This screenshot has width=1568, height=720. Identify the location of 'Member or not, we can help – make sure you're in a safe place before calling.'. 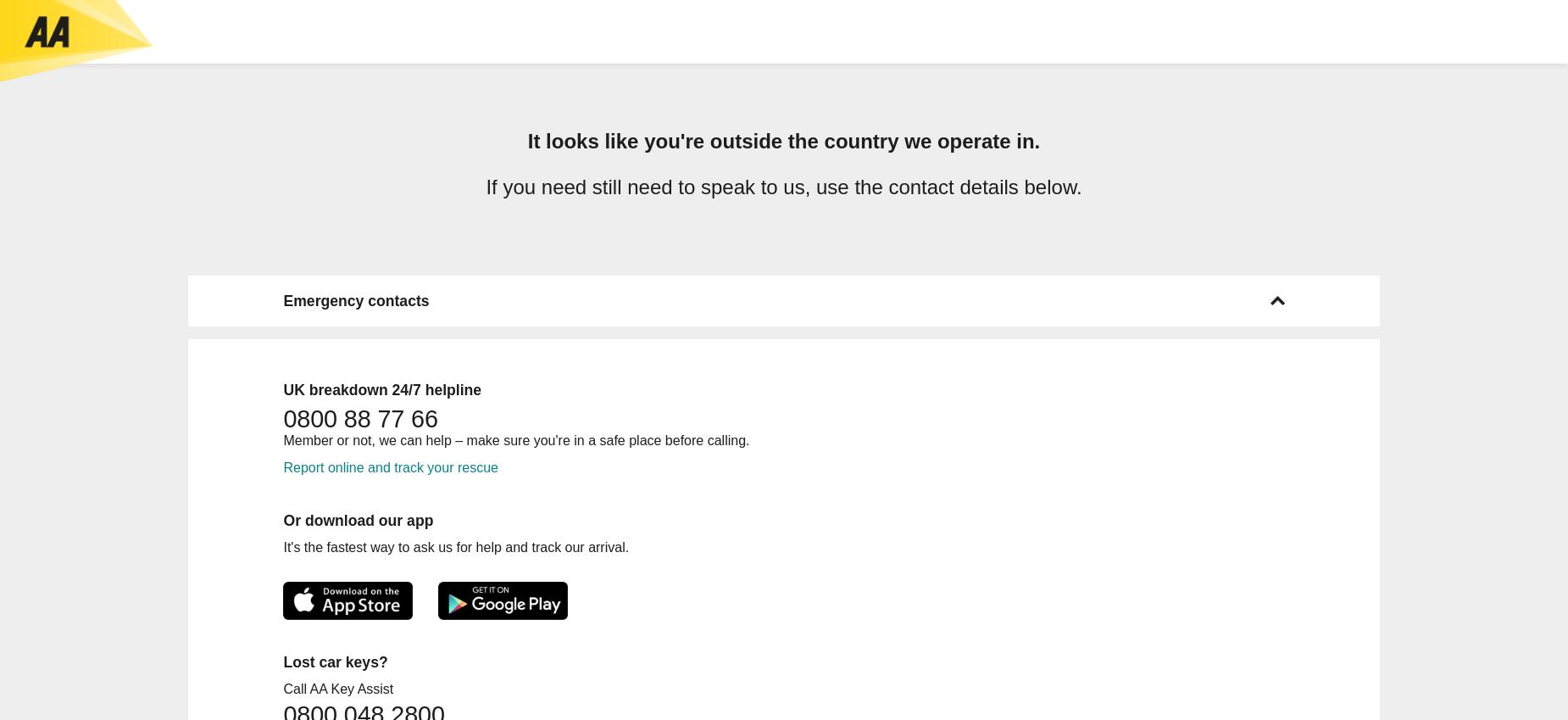
(281, 438).